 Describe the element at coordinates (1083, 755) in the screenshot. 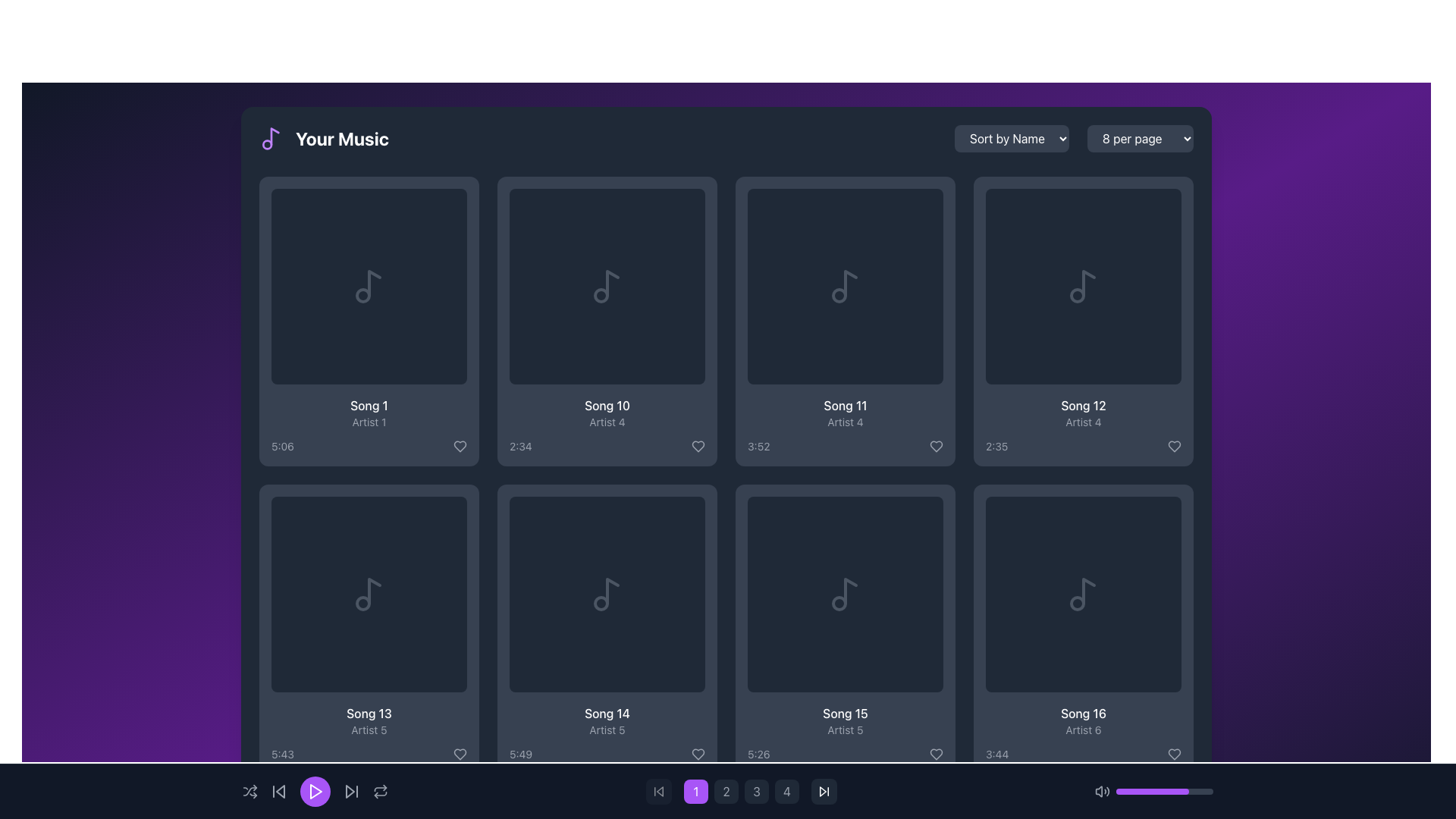

I see `the duration label displaying the song 'Song 16' by 'Artist 6', located at the bottom of the card adjacent to the interactive heart-shaped button` at that location.